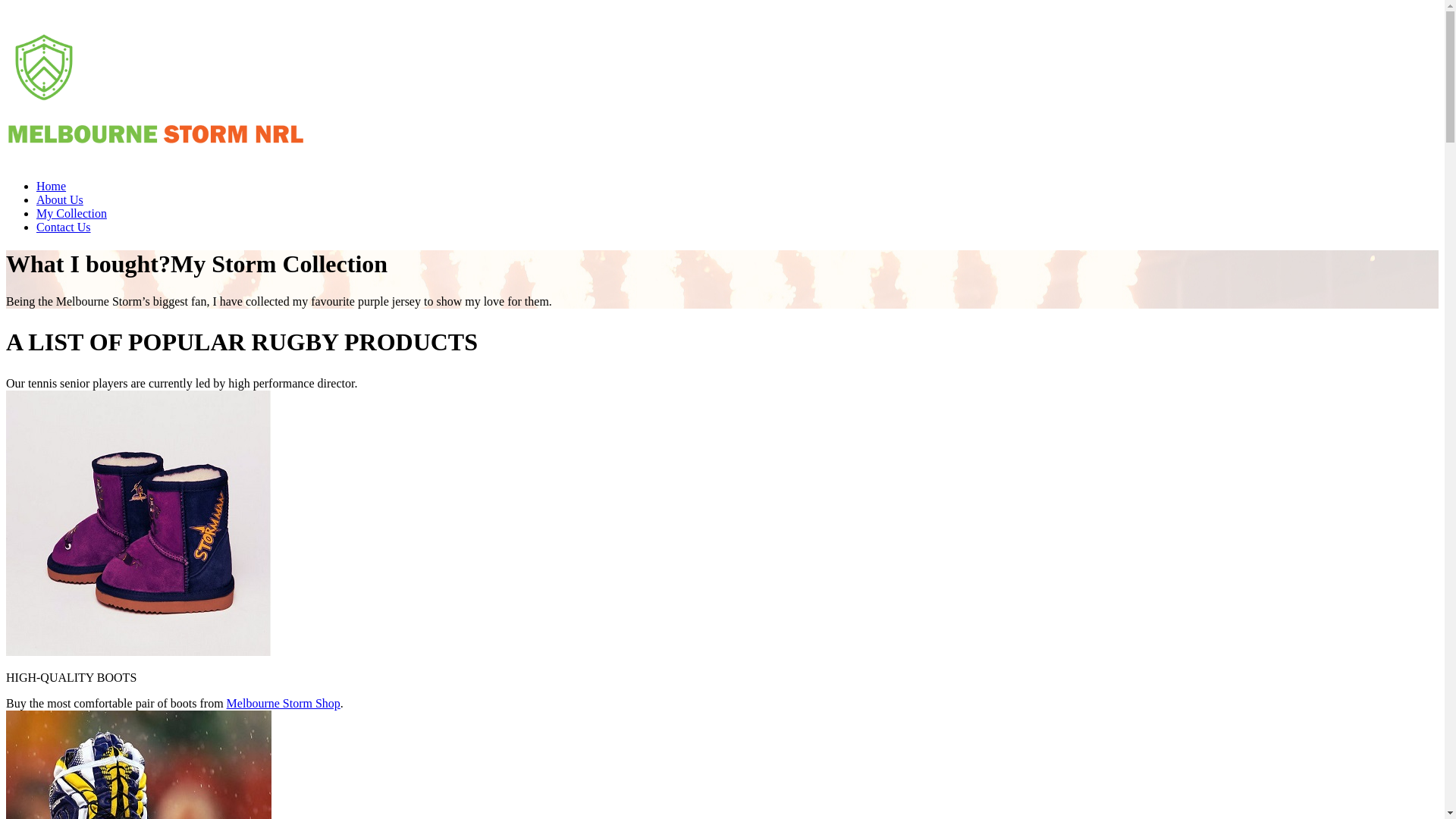 This screenshot has width=1456, height=819. What do you see at coordinates (71, 213) in the screenshot?
I see `'My Collection'` at bounding box center [71, 213].